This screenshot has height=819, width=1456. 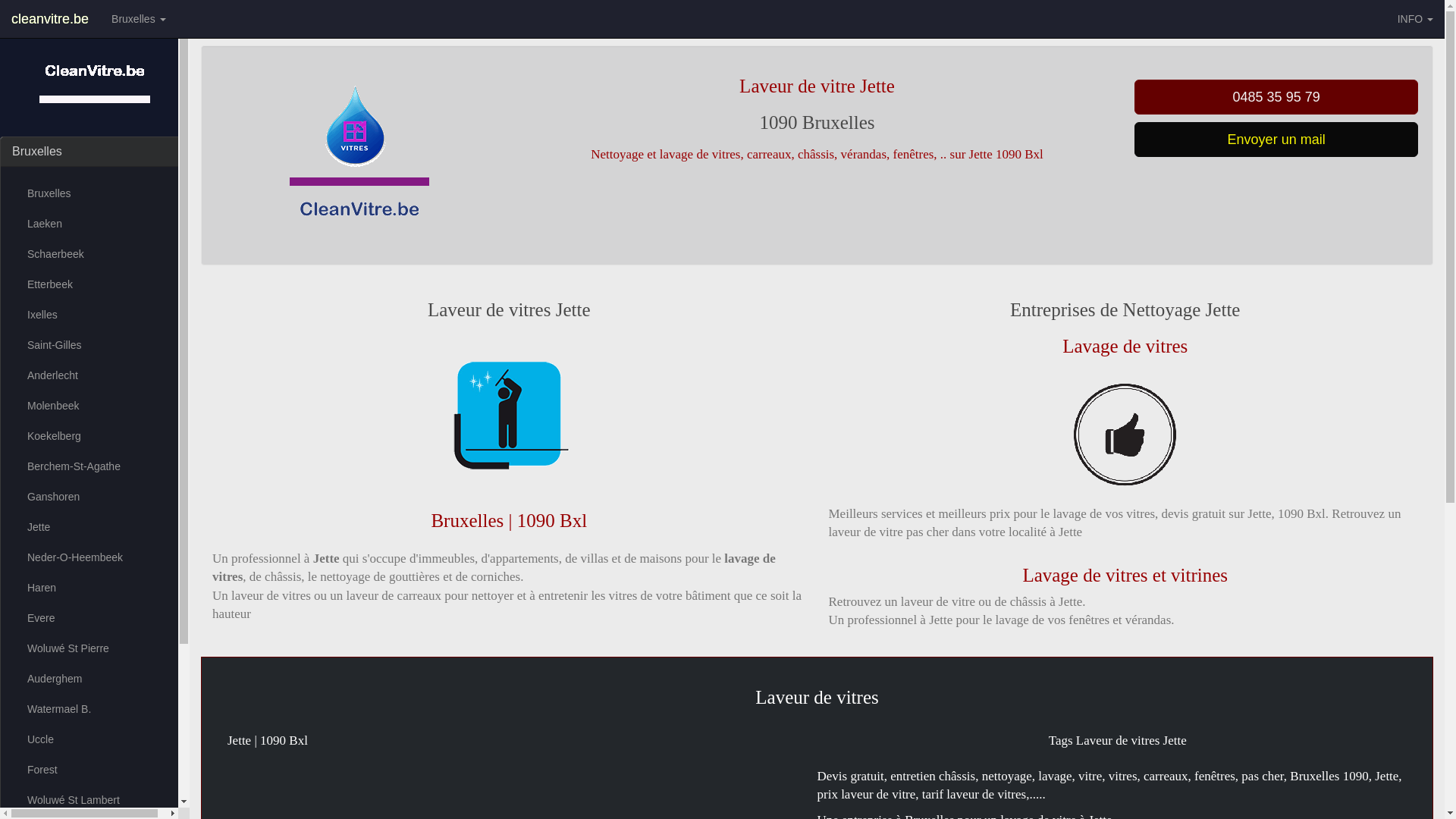 I want to click on 'Uccle', so click(x=93, y=739).